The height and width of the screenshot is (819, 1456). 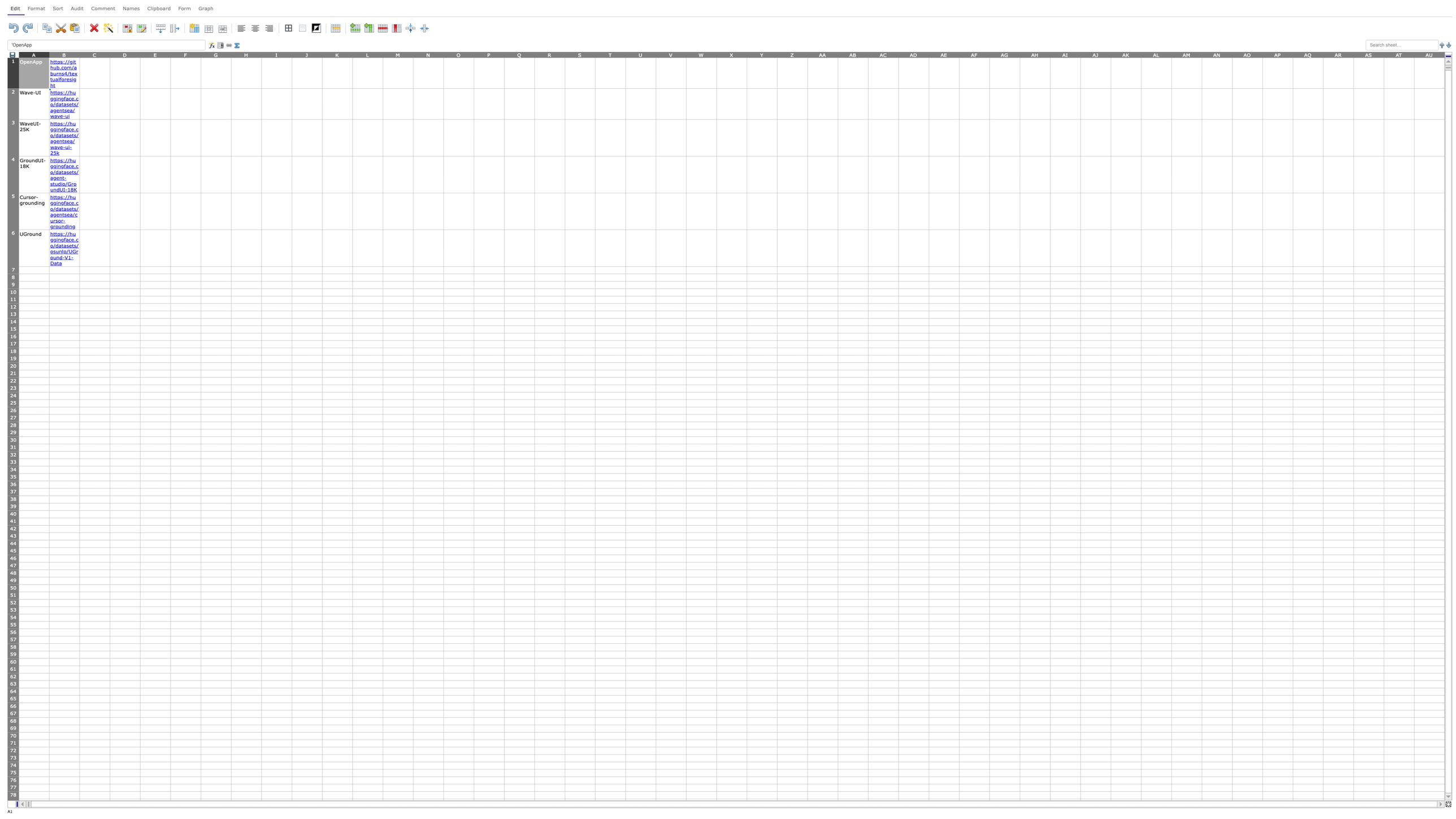 I want to click on to select column A, so click(x=33, y=54).